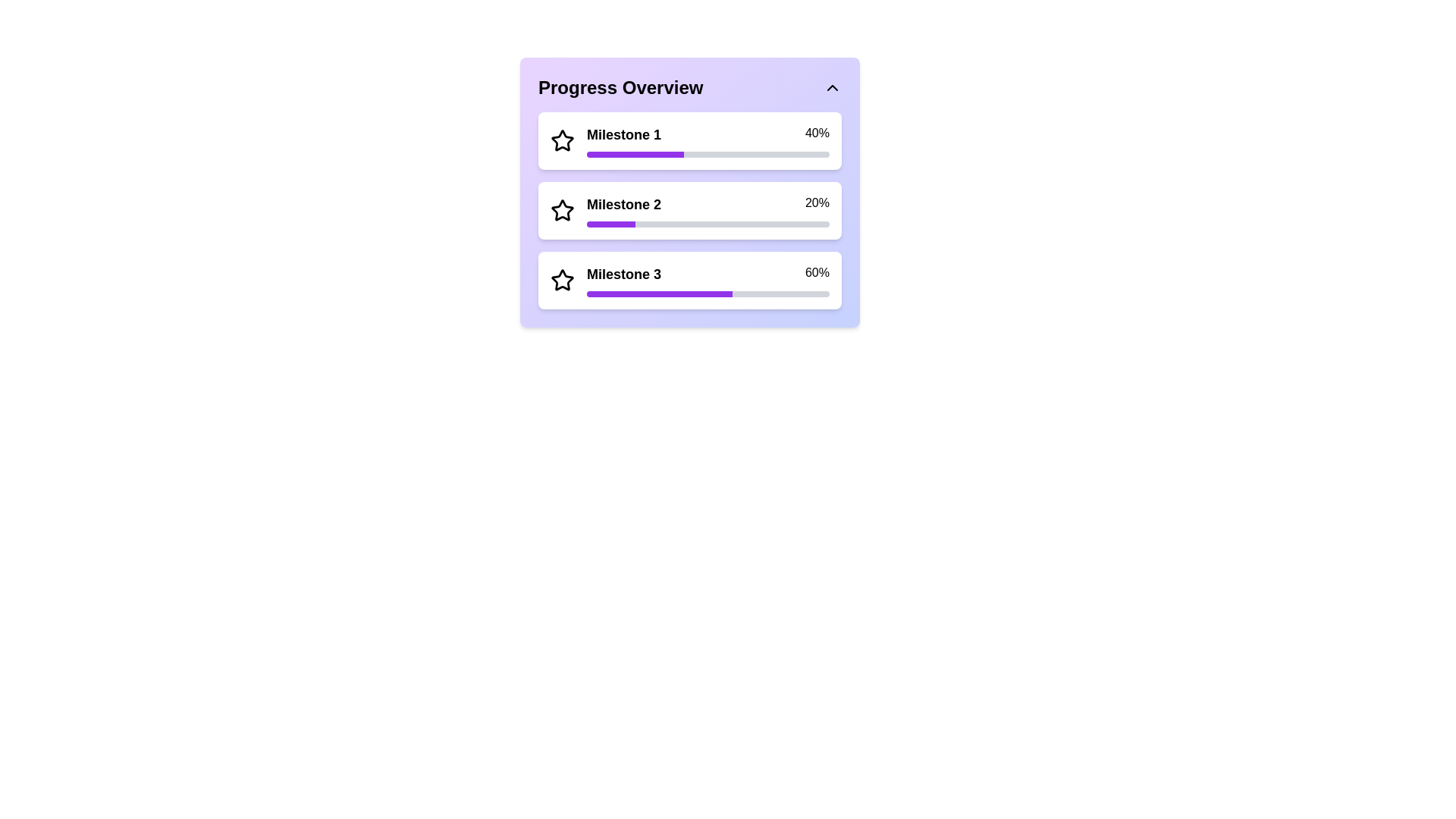 The height and width of the screenshot is (819, 1456). What do you see at coordinates (659, 294) in the screenshot?
I see `the progress bar displaying 60% for 'Milestone 3' in the 'Progress Overview' panel` at bounding box center [659, 294].